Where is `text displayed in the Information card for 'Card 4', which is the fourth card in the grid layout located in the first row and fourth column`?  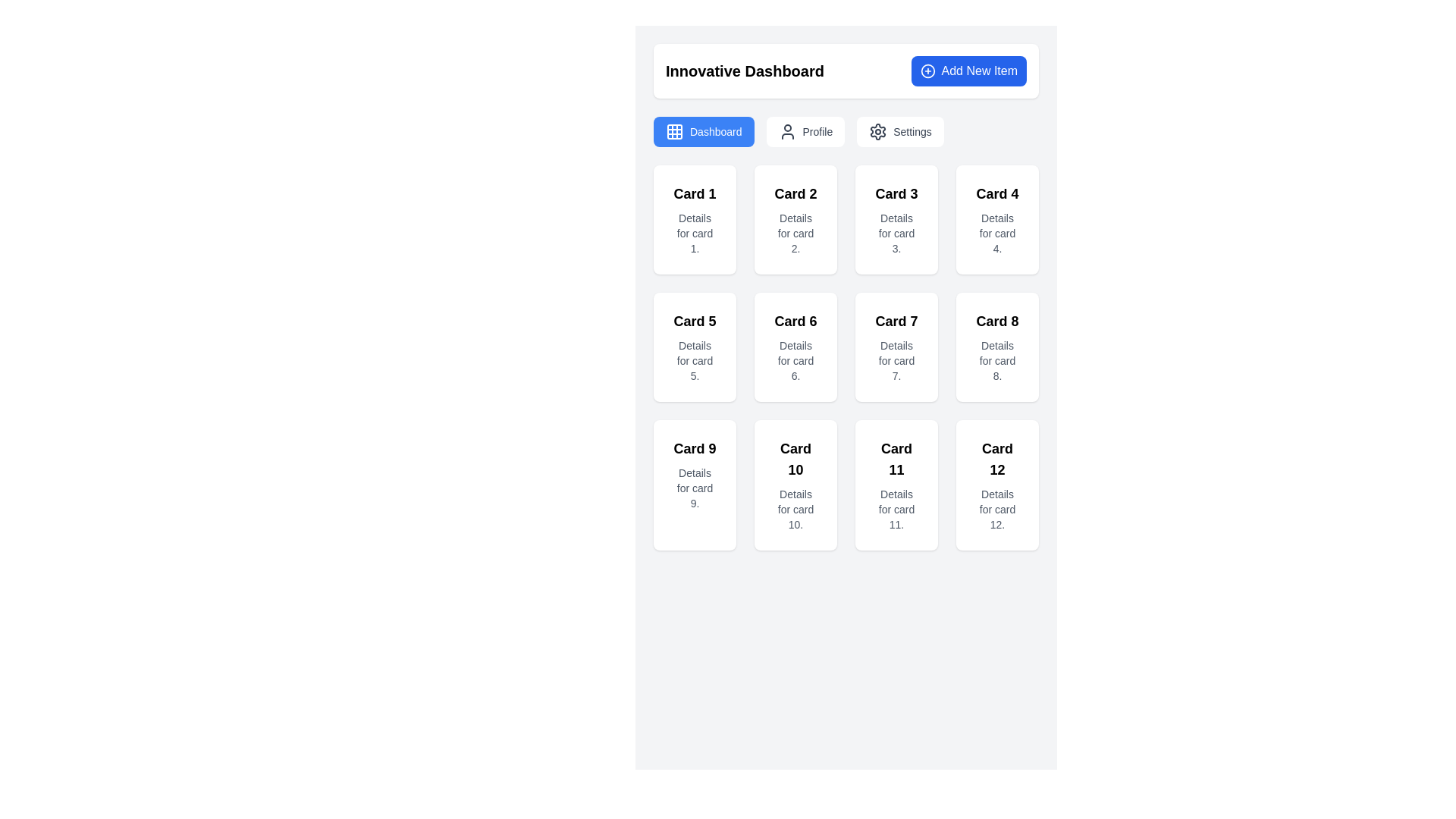 text displayed in the Information card for 'Card 4', which is the fourth card in the grid layout located in the first row and fourth column is located at coordinates (997, 219).